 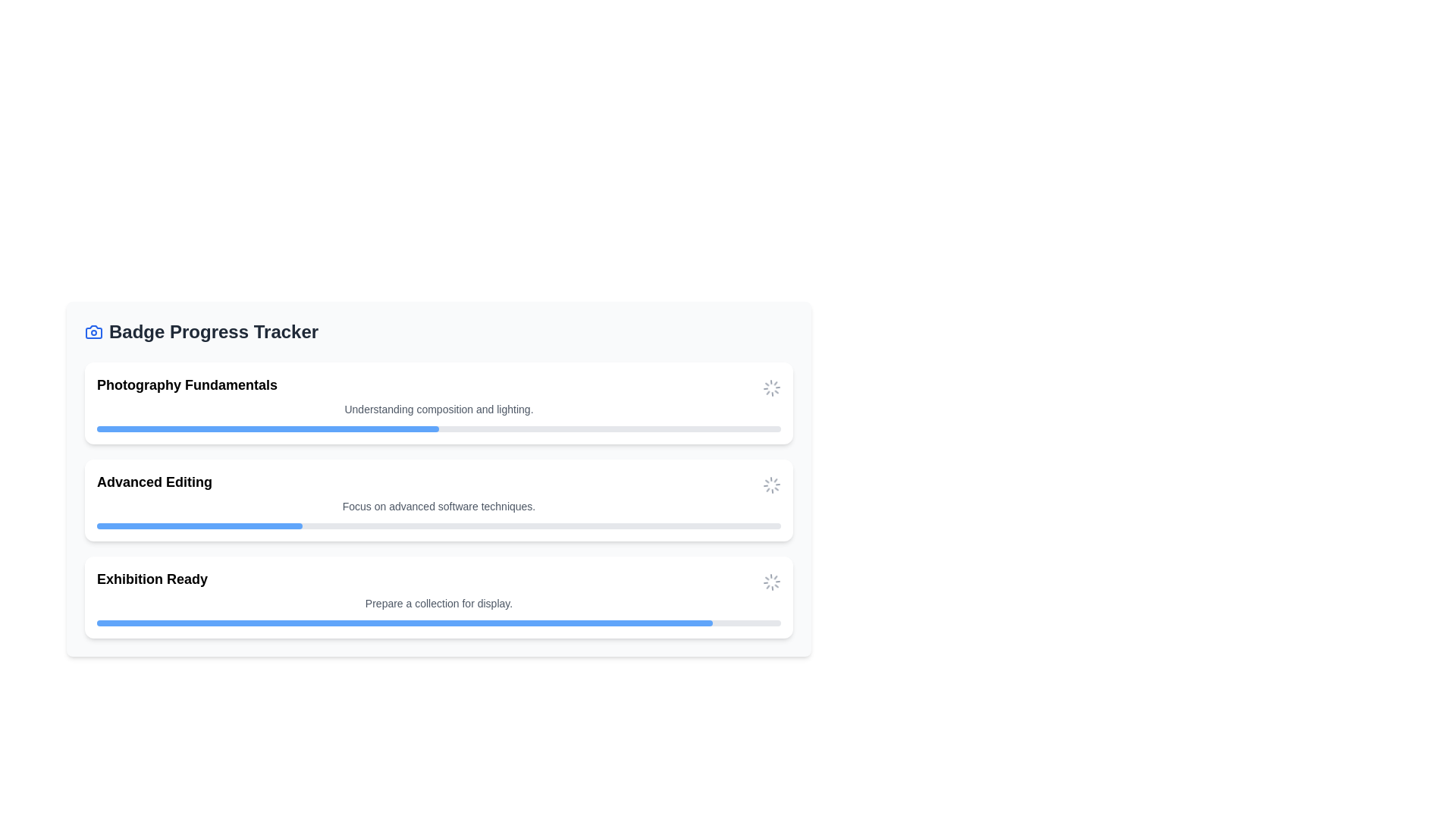 I want to click on the horizontal progress bar located in the 'Advanced Editing' section, just below the text 'Focus on advanced software techniques', so click(x=438, y=526).